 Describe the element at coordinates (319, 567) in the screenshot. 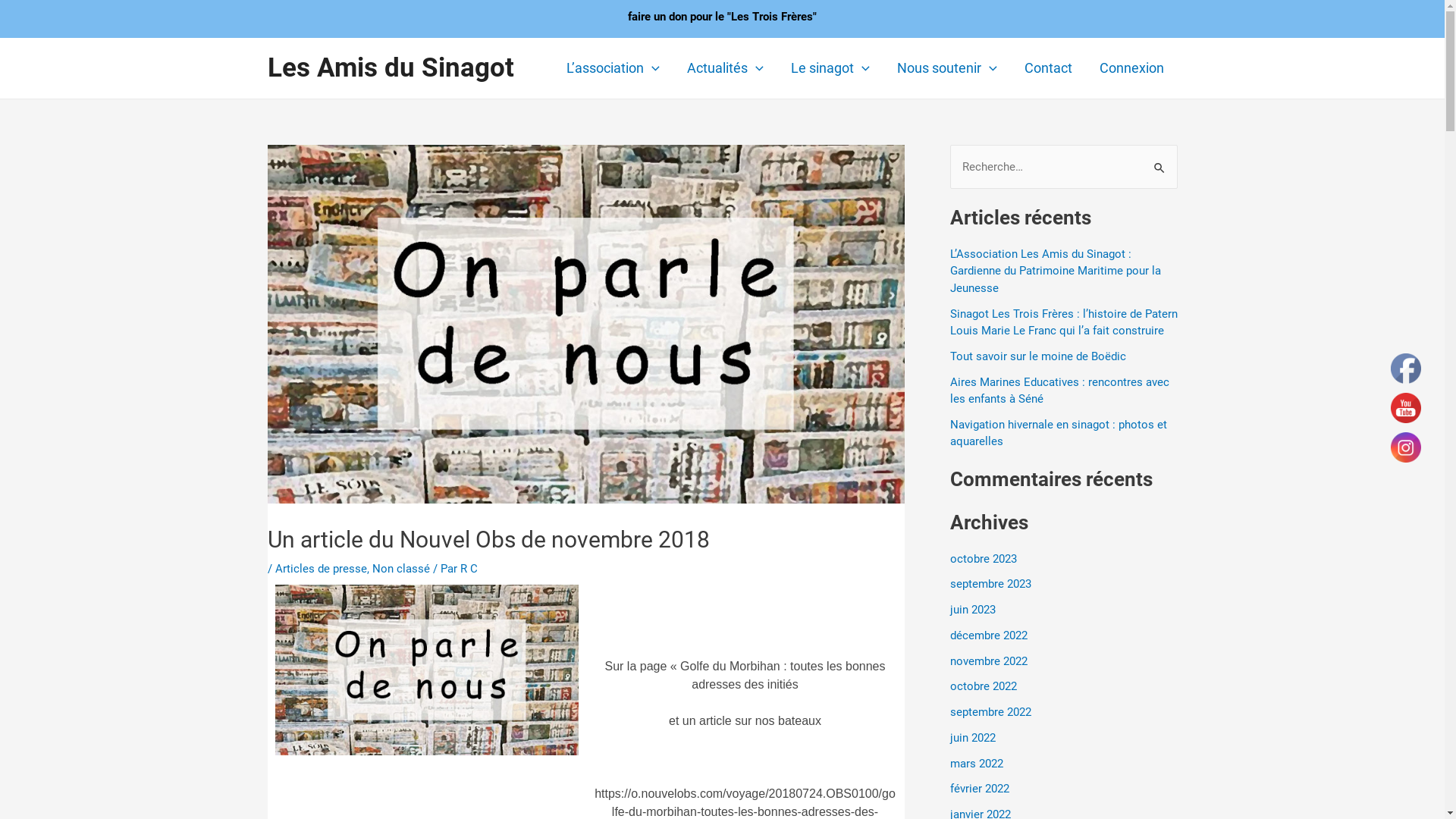

I see `'Articles de presse'` at that location.